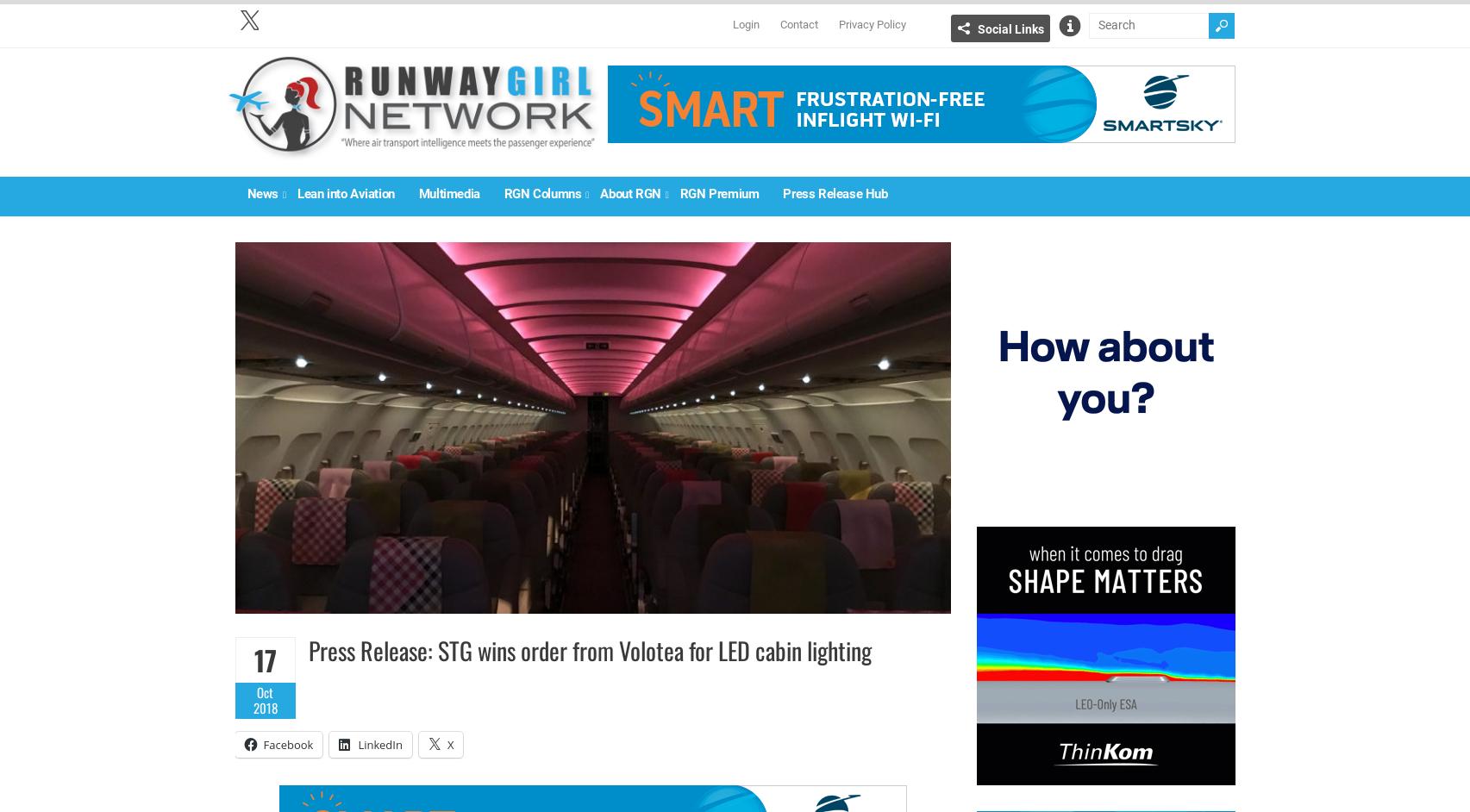 Image resolution: width=1470 pixels, height=812 pixels. I want to click on 'LinkedIn', so click(378, 743).